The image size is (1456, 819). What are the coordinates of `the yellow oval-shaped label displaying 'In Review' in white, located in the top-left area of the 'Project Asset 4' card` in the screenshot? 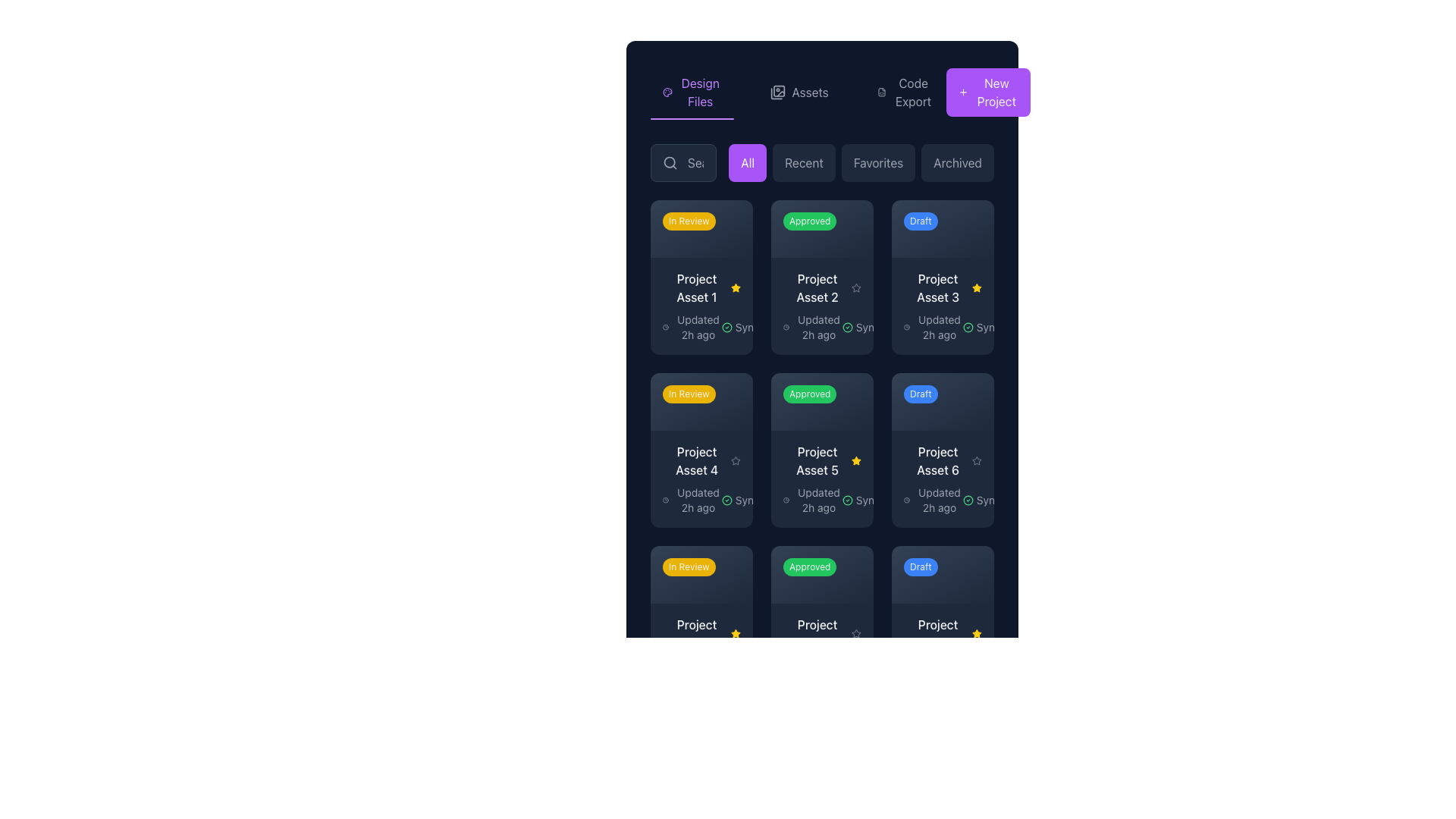 It's located at (698, 396).